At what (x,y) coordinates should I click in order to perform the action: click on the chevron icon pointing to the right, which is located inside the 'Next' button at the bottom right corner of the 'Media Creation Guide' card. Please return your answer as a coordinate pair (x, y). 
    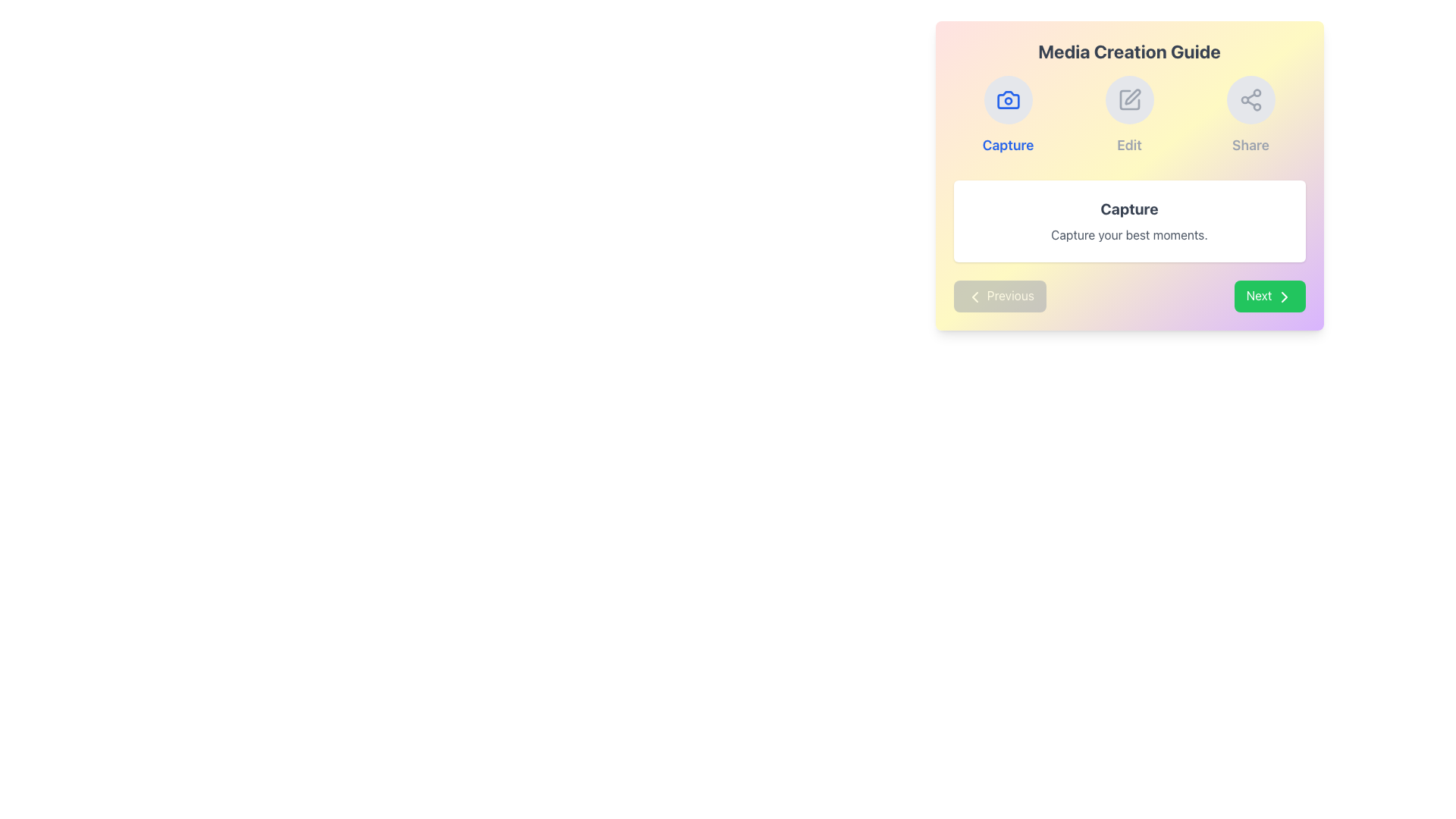
    Looking at the image, I should click on (1283, 297).